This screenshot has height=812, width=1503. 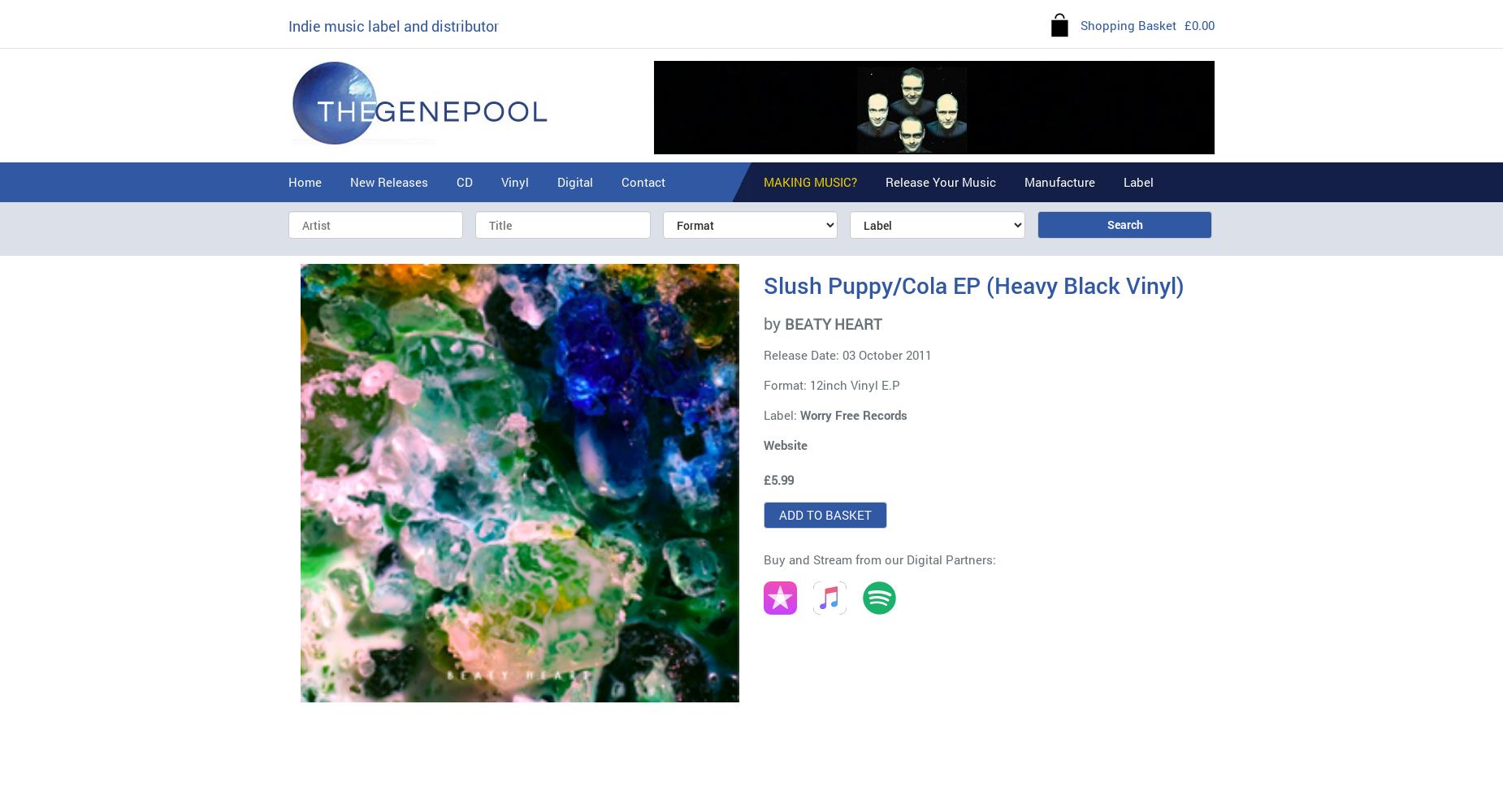 What do you see at coordinates (830, 383) in the screenshot?
I see `'Format: 12inch Vinyl E.P'` at bounding box center [830, 383].